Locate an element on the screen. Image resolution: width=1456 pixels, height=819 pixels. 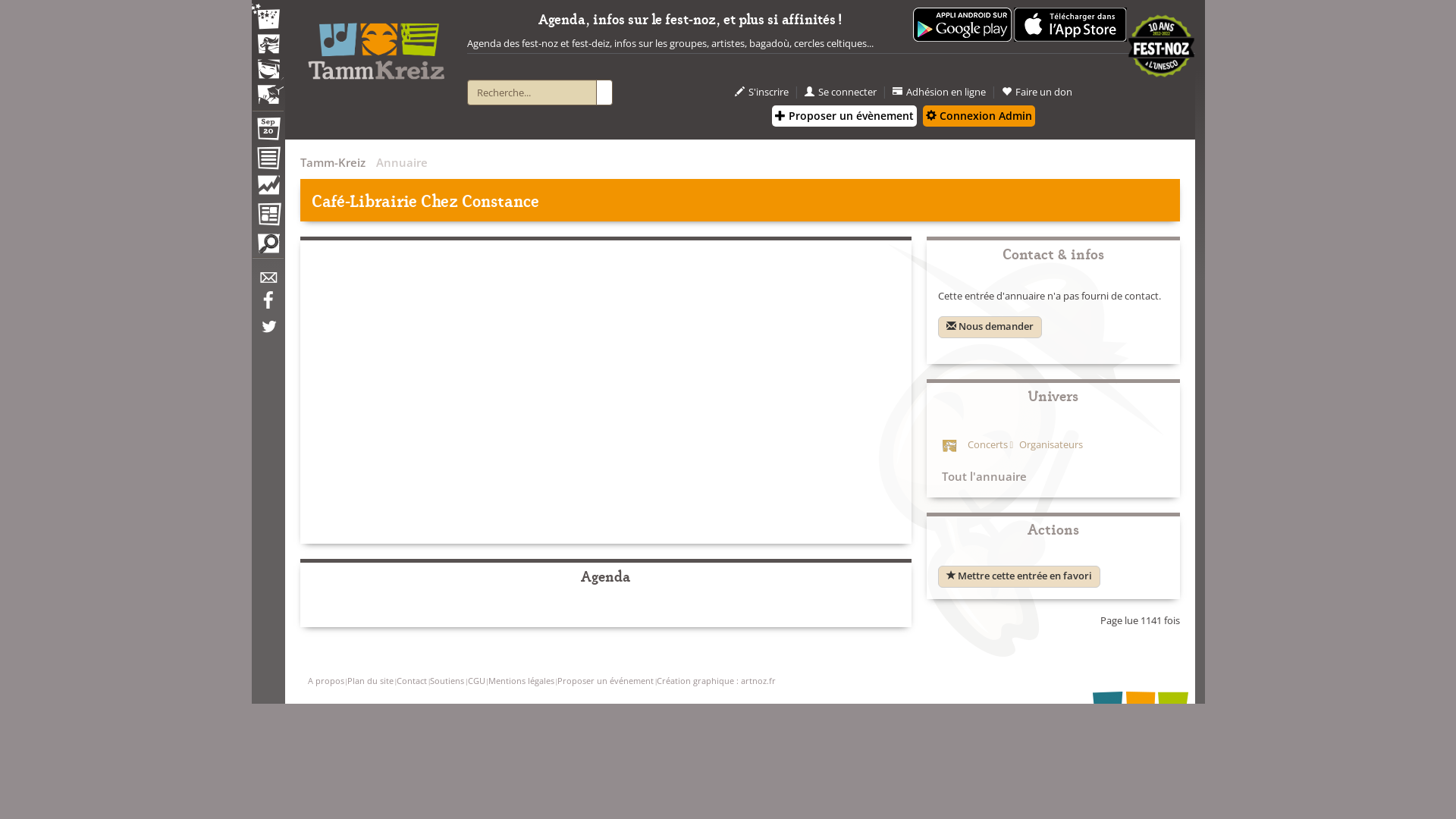
'A propos' is located at coordinates (307, 679).